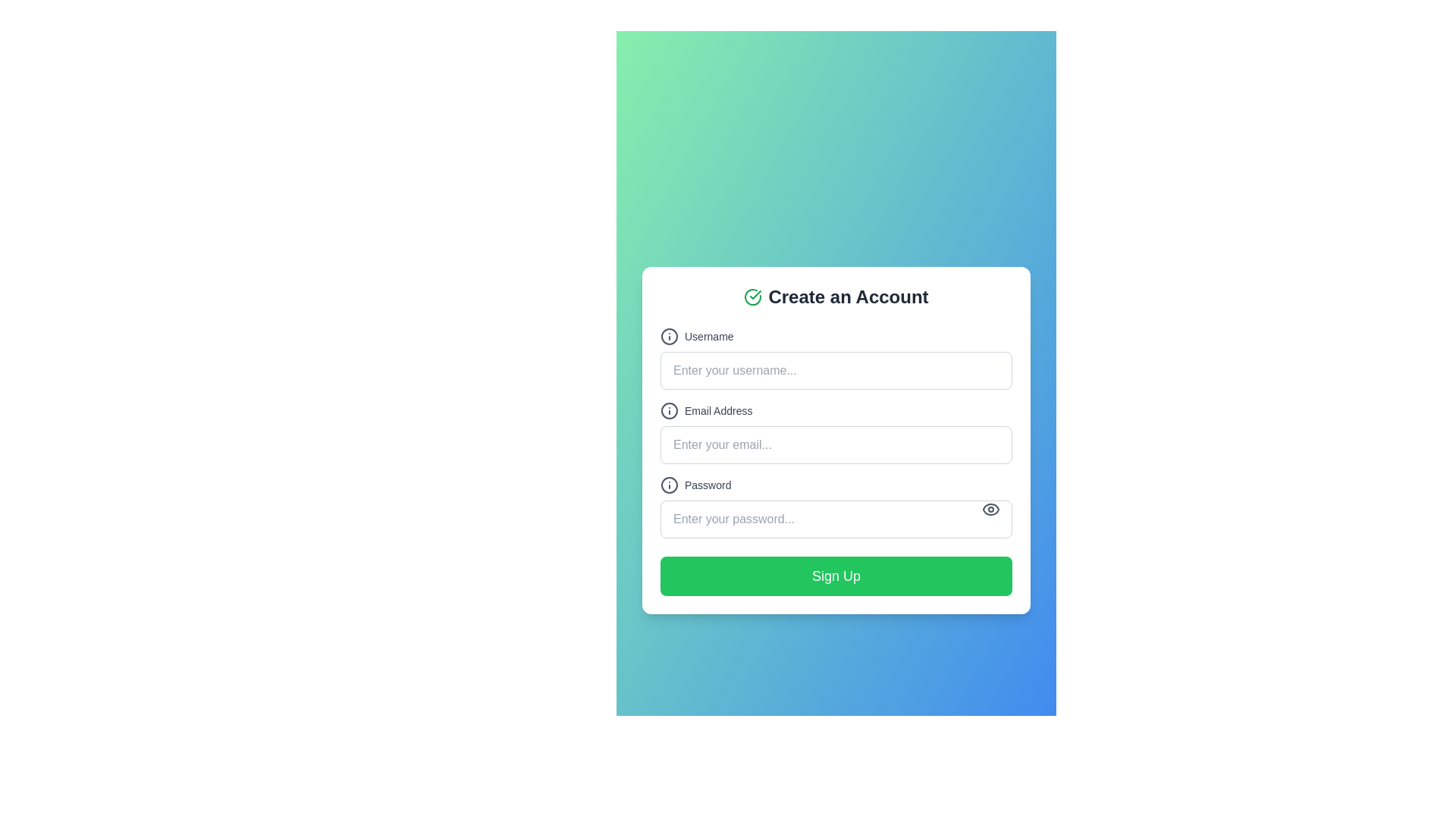  What do you see at coordinates (753, 297) in the screenshot?
I see `the circular green-bordered icon with a white-filled center, which is part of the checkmark icon indicating an affirmative state, located to the left of the 'Create an Account' title in the account creation dialog box` at bounding box center [753, 297].